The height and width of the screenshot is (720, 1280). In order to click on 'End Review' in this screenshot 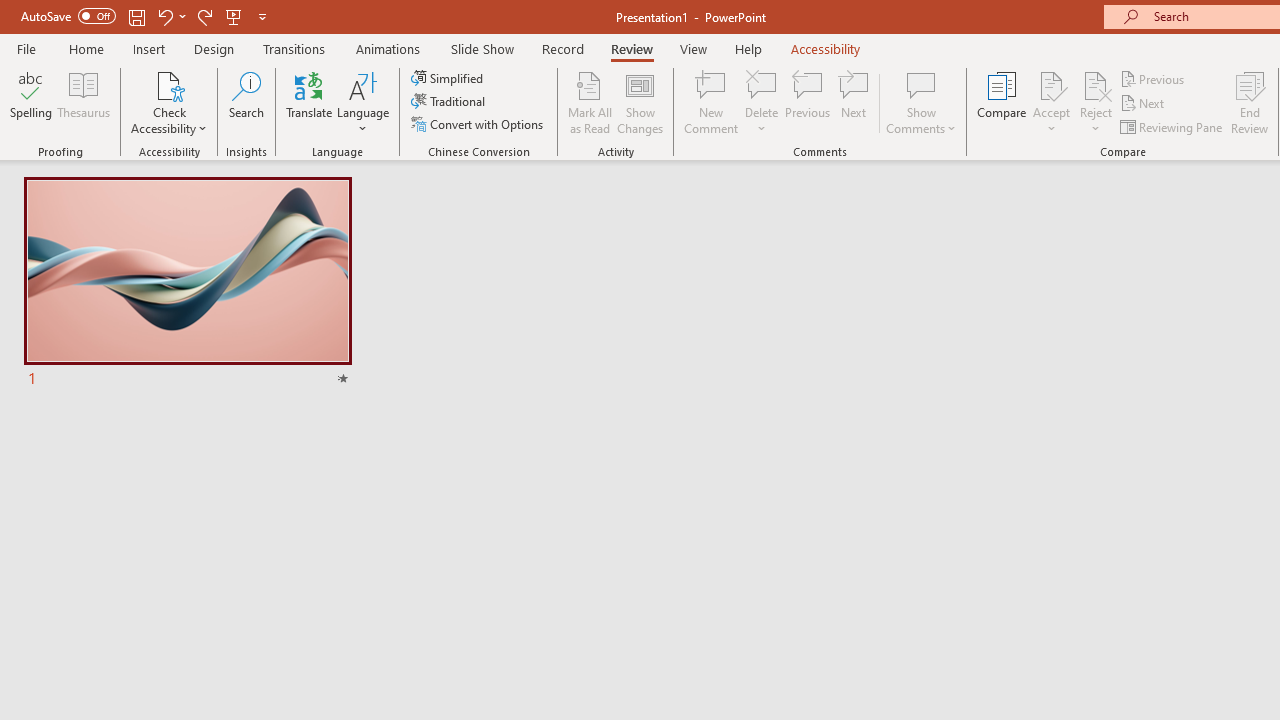, I will do `click(1248, 103)`.